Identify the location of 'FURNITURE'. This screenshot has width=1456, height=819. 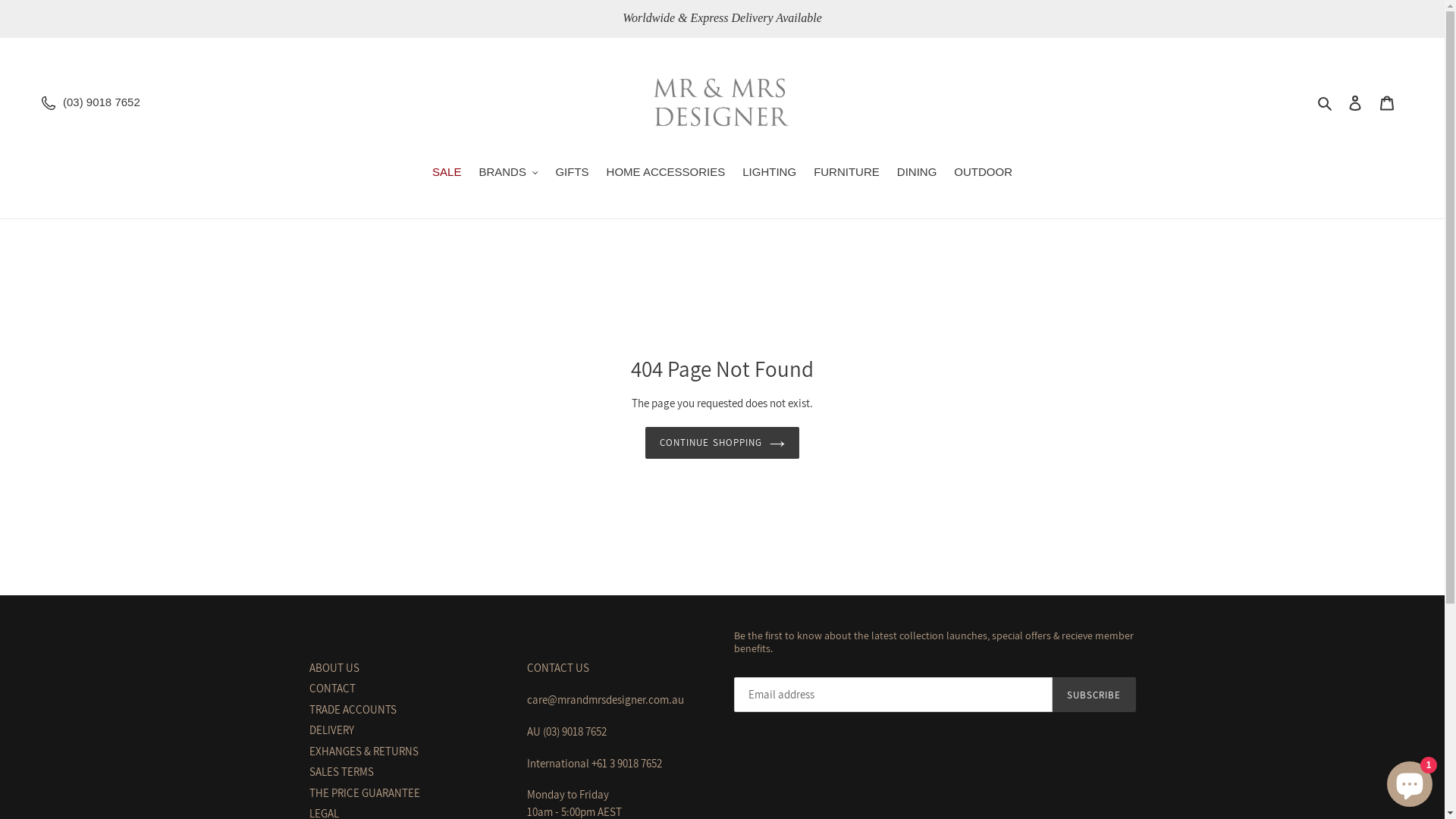
(846, 172).